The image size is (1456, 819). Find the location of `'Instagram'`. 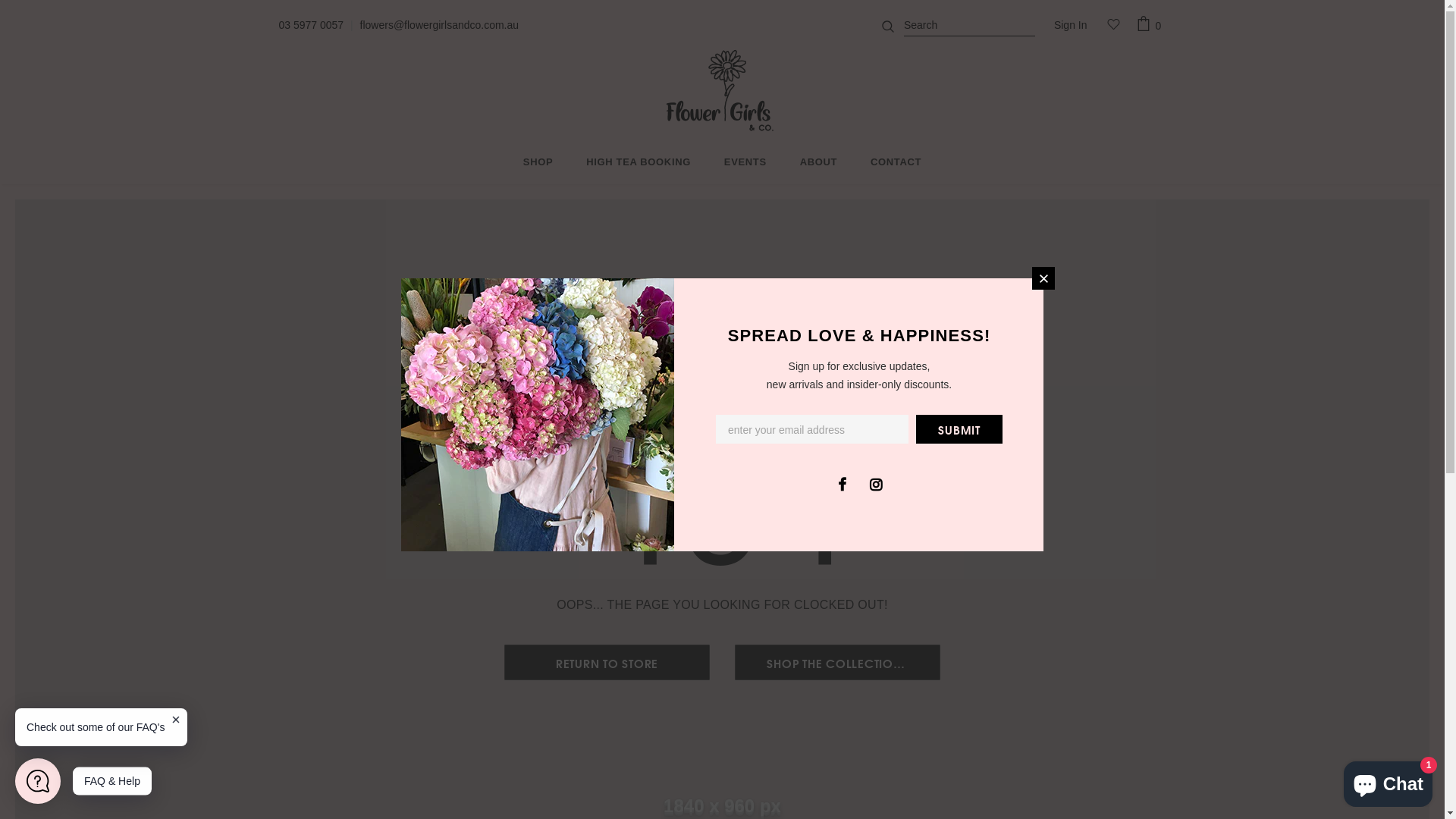

'Instagram' is located at coordinates (876, 482).